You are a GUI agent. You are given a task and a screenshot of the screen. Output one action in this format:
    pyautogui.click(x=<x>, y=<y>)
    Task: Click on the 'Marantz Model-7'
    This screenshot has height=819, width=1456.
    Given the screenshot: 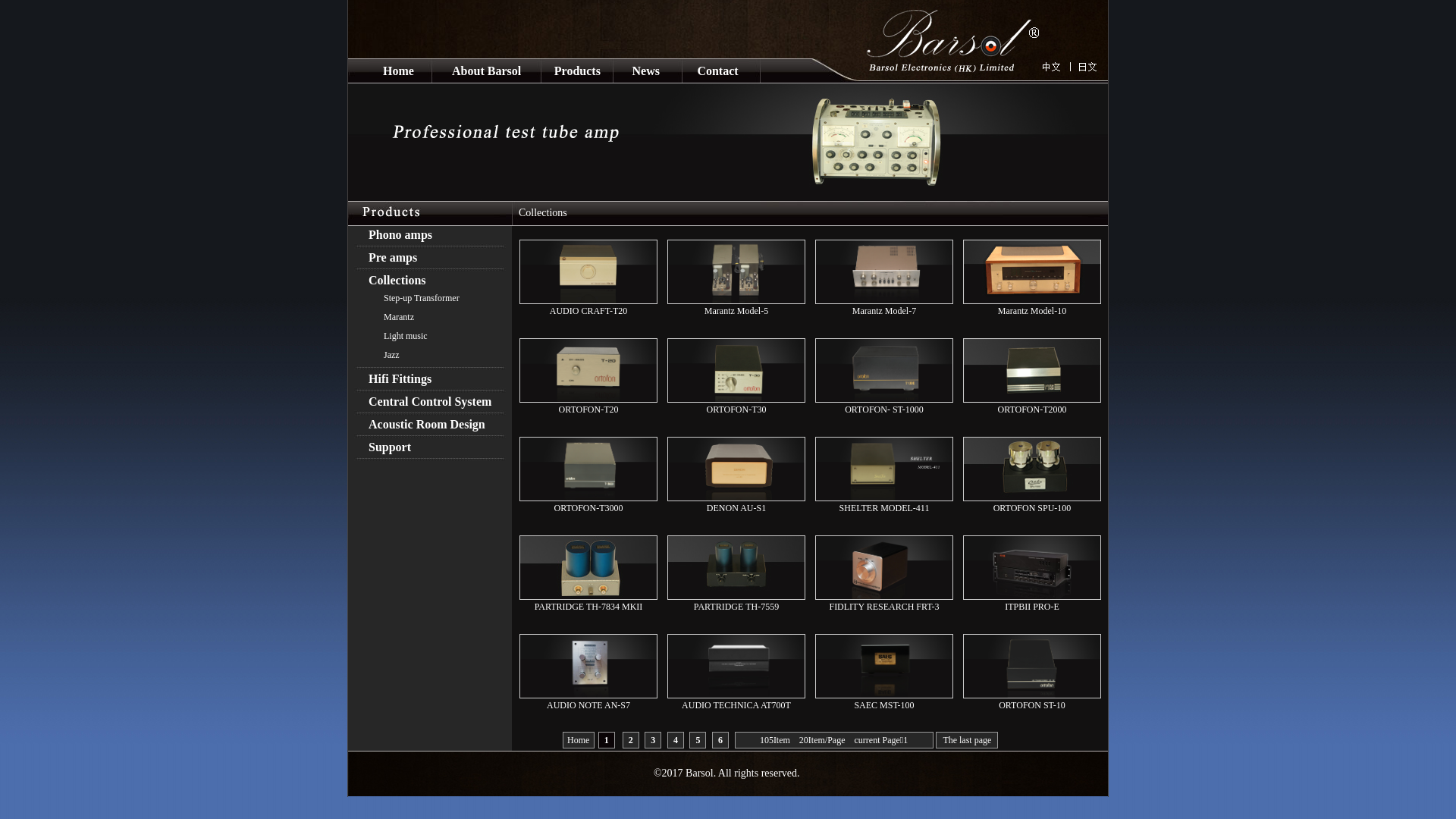 What is the action you would take?
    pyautogui.click(x=884, y=309)
    